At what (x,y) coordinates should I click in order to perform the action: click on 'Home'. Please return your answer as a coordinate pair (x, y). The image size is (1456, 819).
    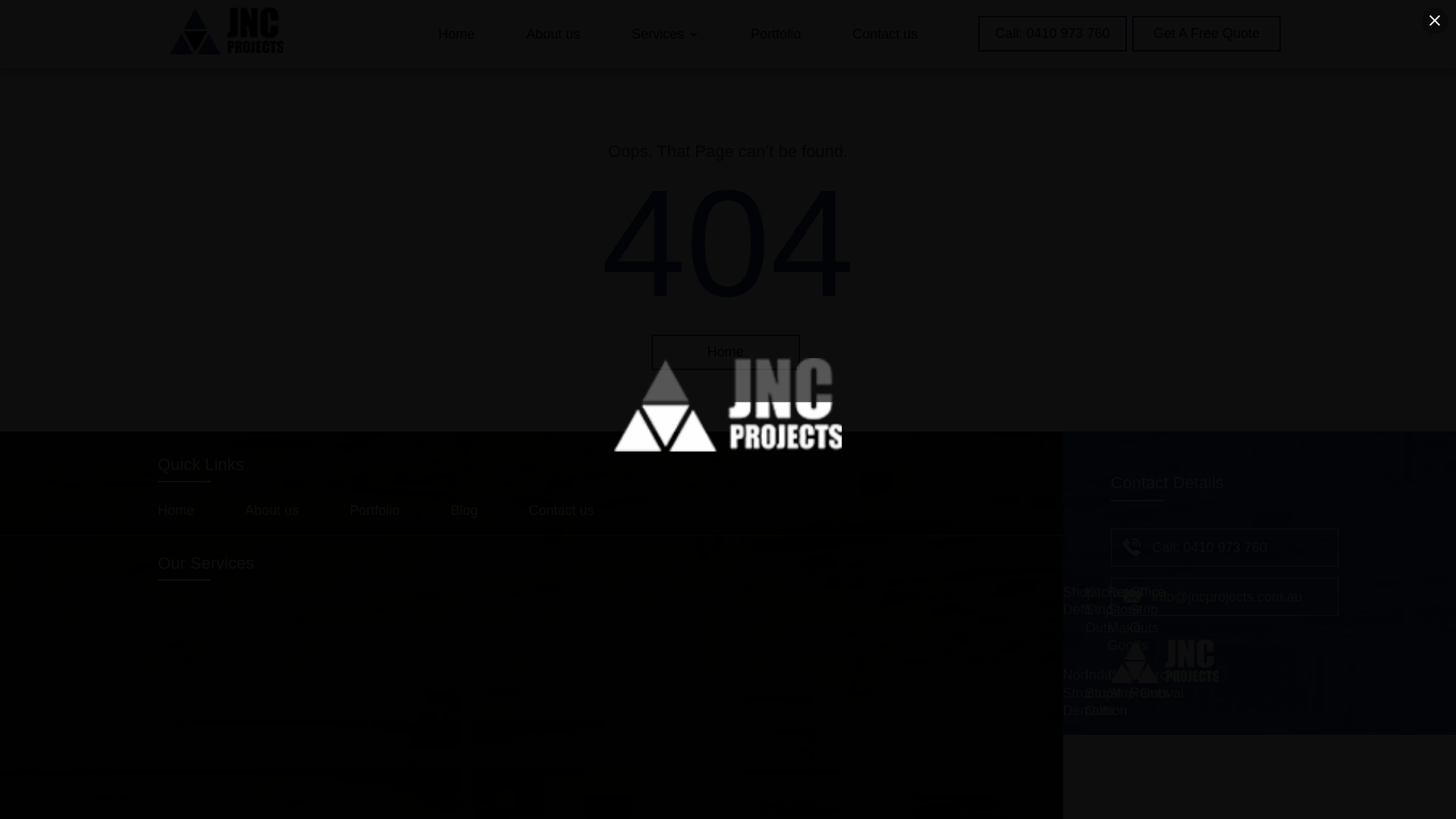
    Looking at the image, I should click on (192, 510).